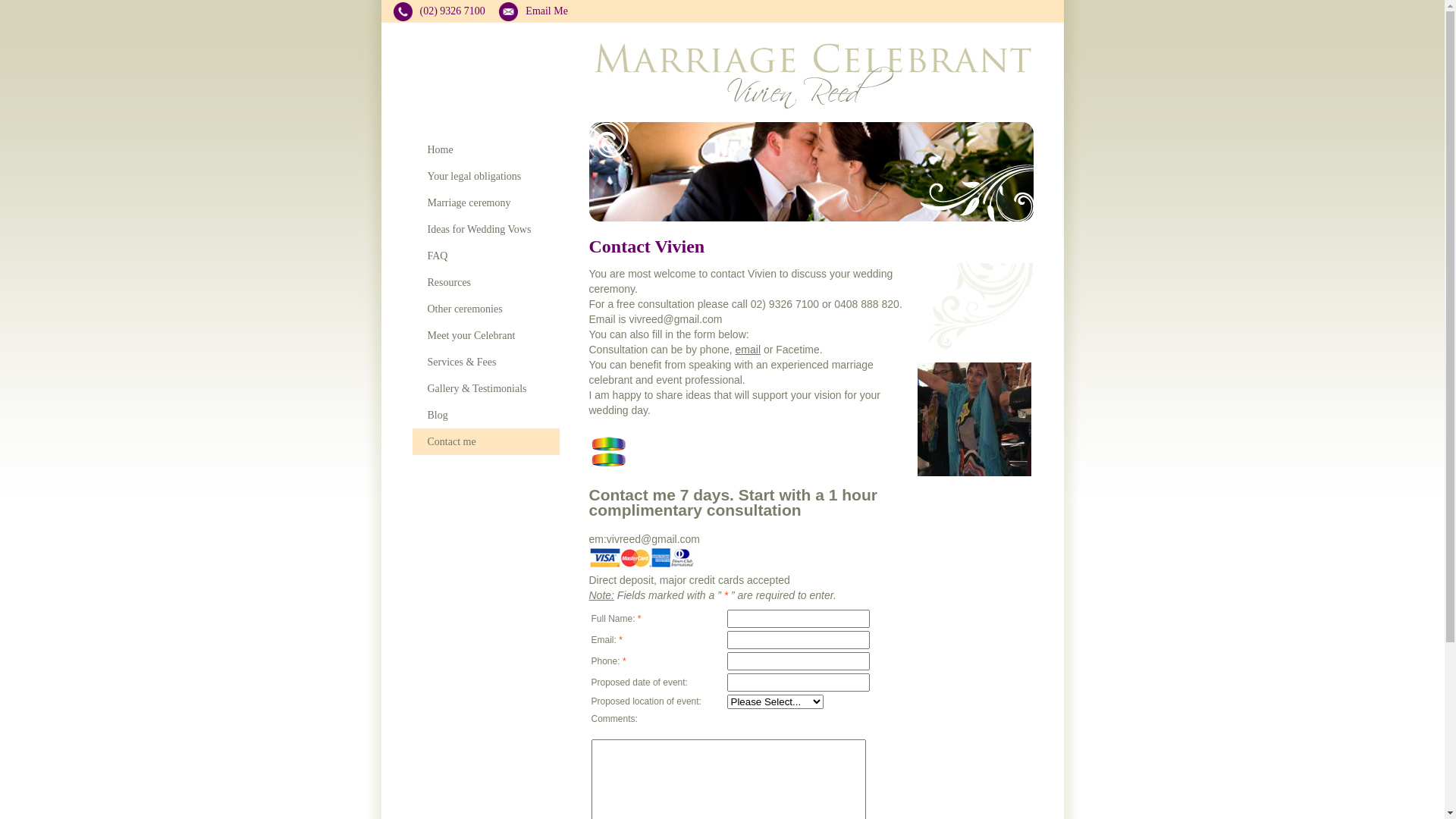 The height and width of the screenshot is (819, 1456). What do you see at coordinates (588, 451) in the screenshot?
I see `'Celebrants For Marriage Equality Logo'` at bounding box center [588, 451].